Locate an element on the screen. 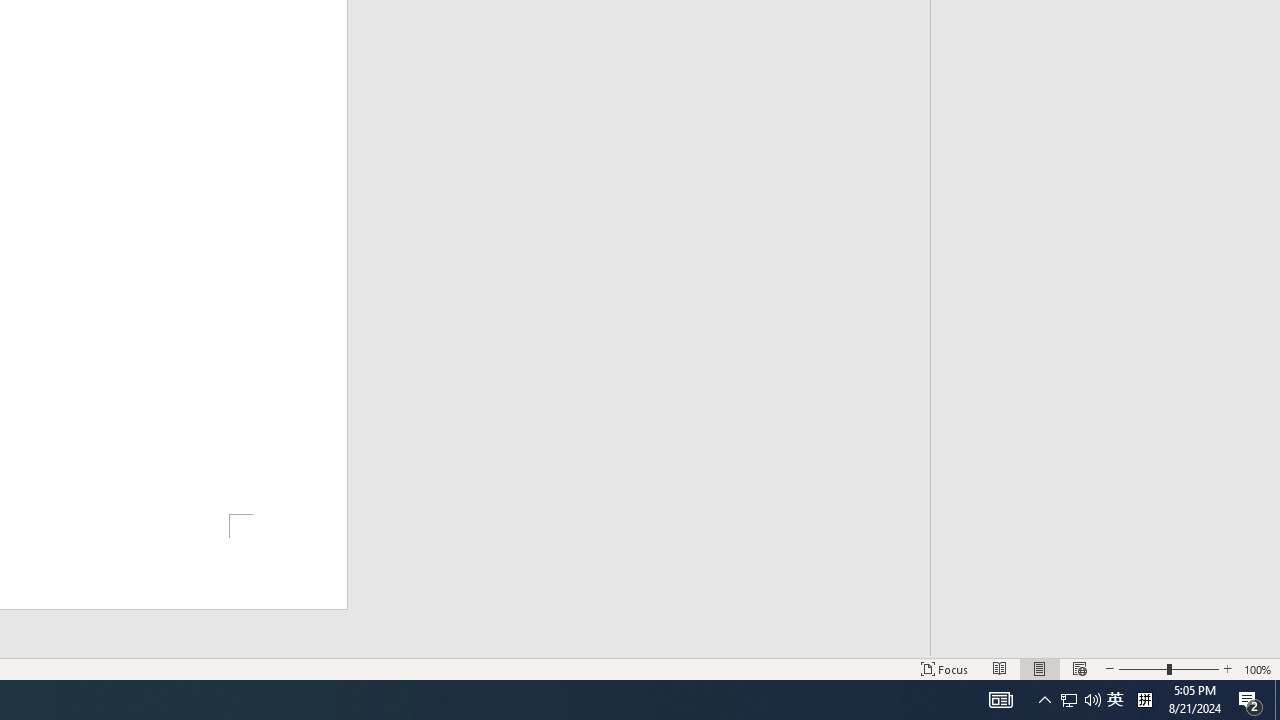 This screenshot has height=720, width=1280. 'Zoom 100%' is located at coordinates (1257, 669).